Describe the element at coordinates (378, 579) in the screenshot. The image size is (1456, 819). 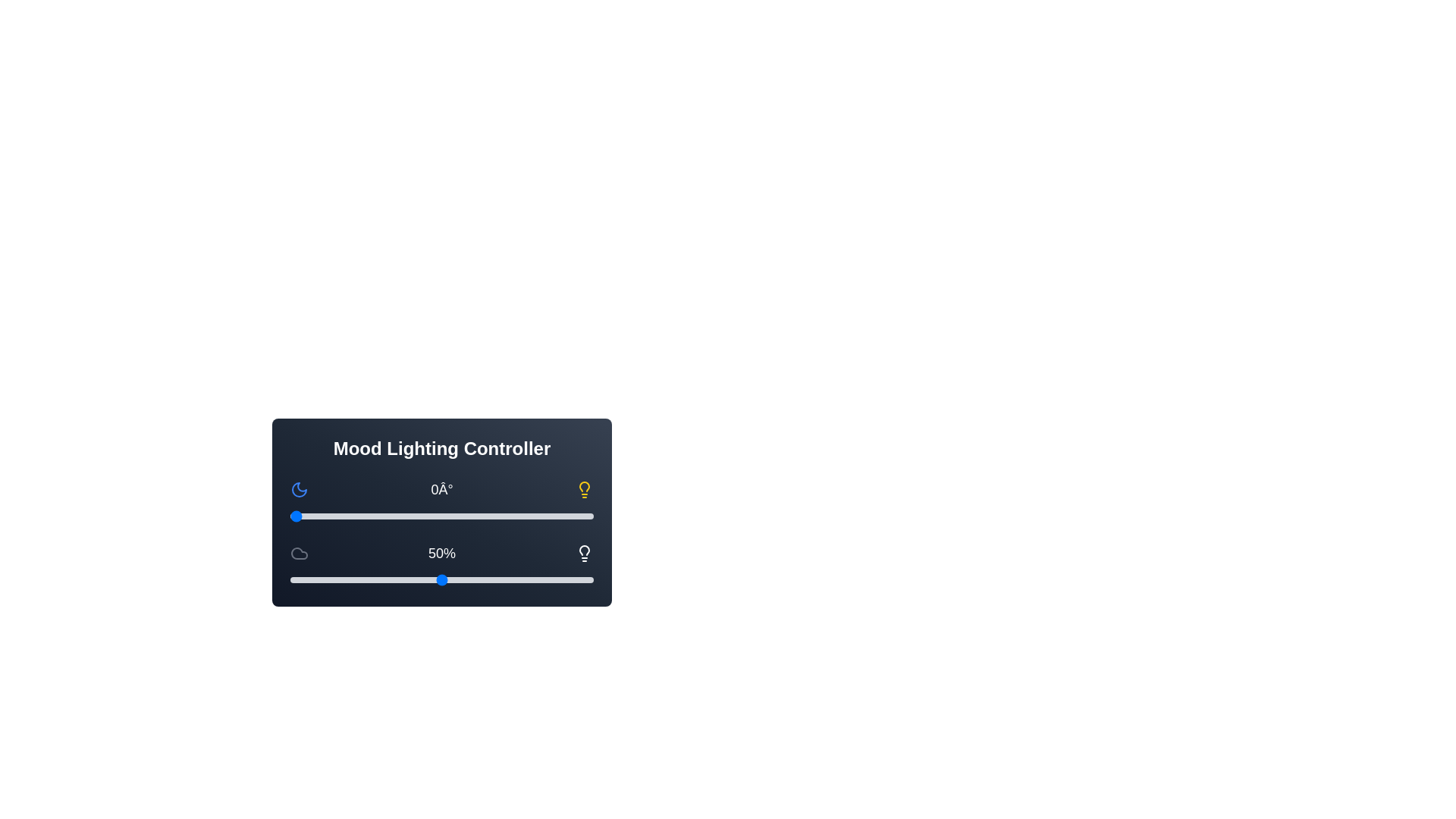
I see `the light intensity to 29% by adjusting the slider` at that location.